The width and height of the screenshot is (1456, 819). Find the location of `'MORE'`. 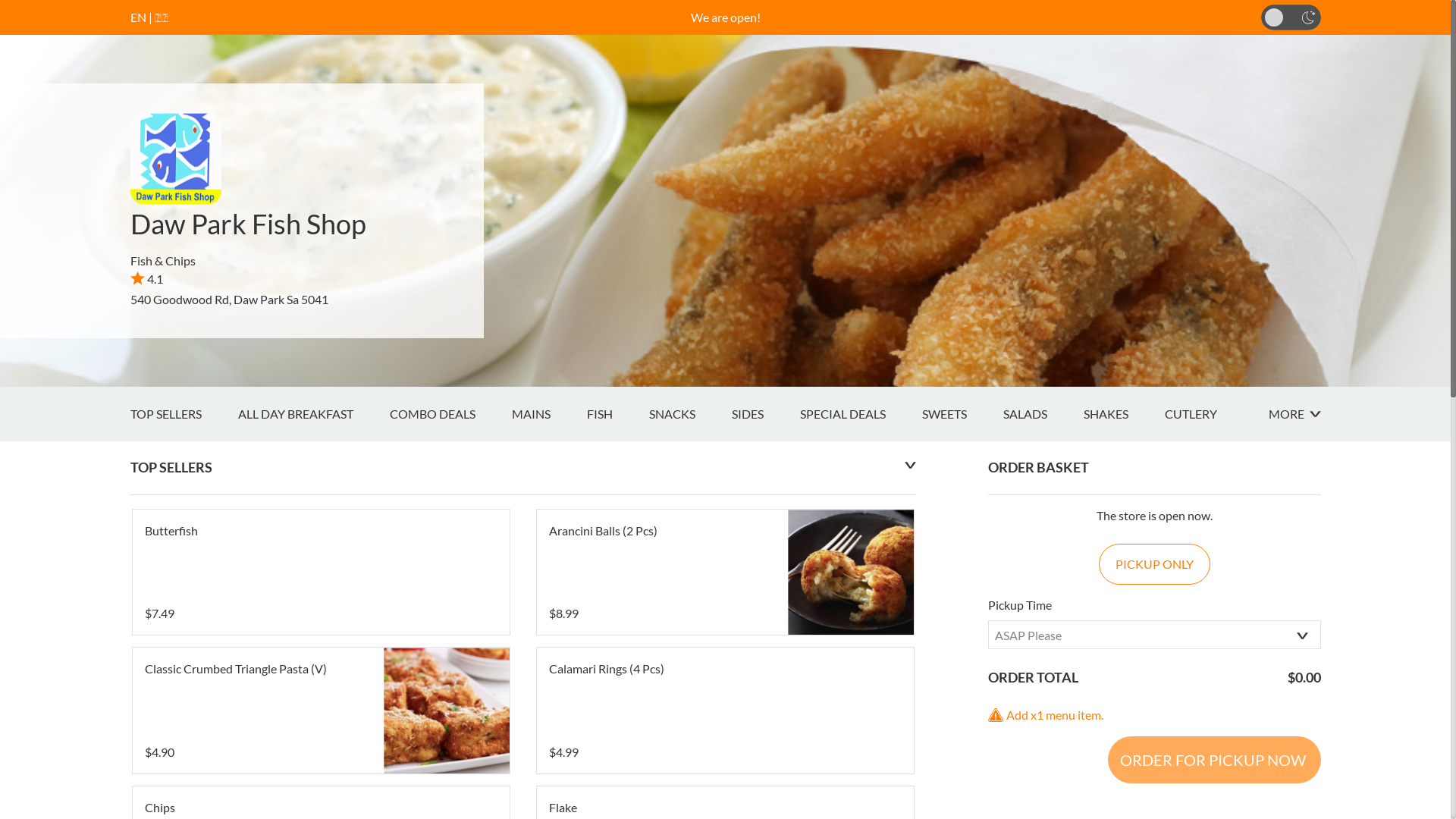

'MORE' is located at coordinates (1293, 414).